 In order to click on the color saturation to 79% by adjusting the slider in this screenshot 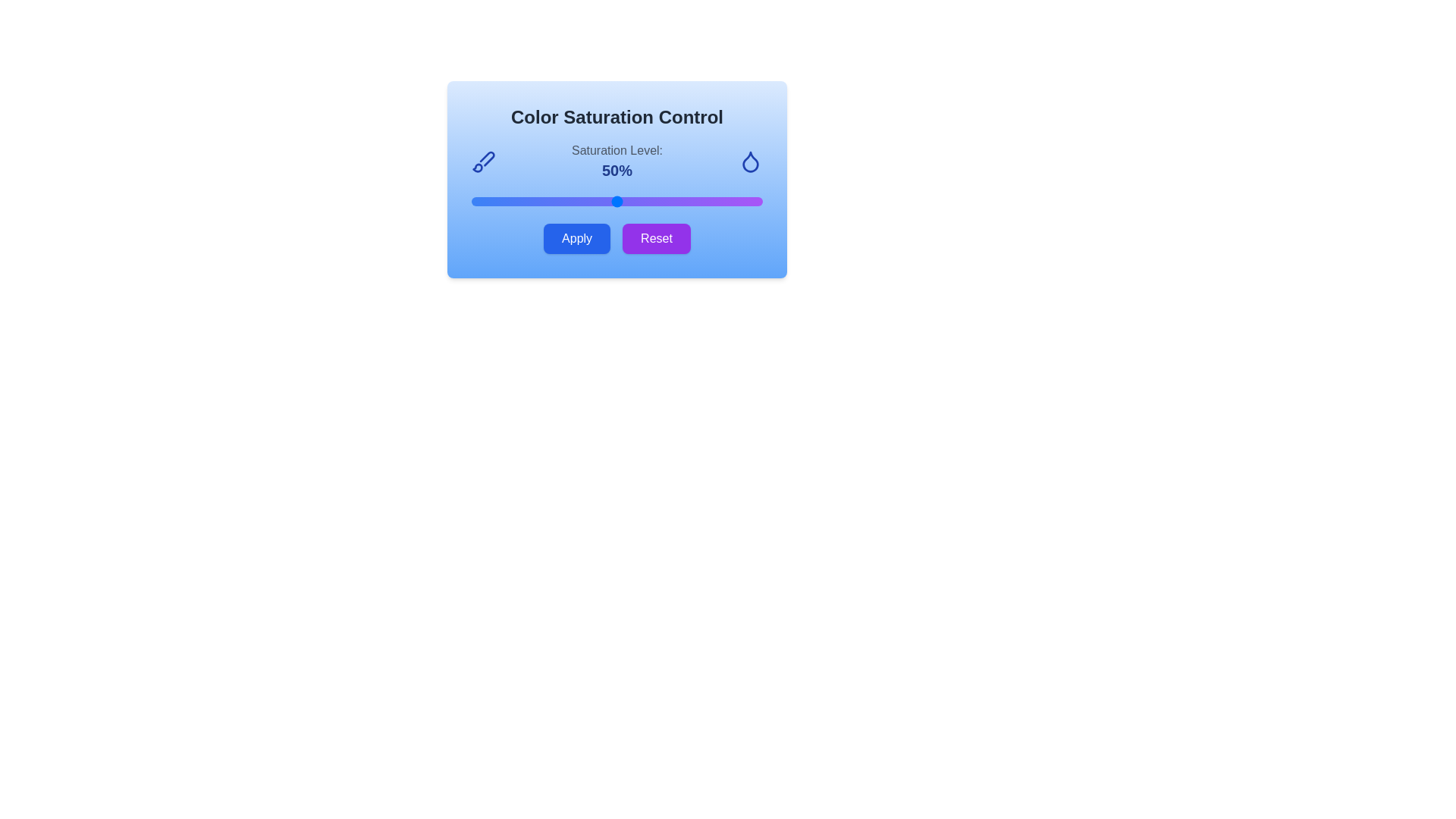, I will do `click(701, 201)`.